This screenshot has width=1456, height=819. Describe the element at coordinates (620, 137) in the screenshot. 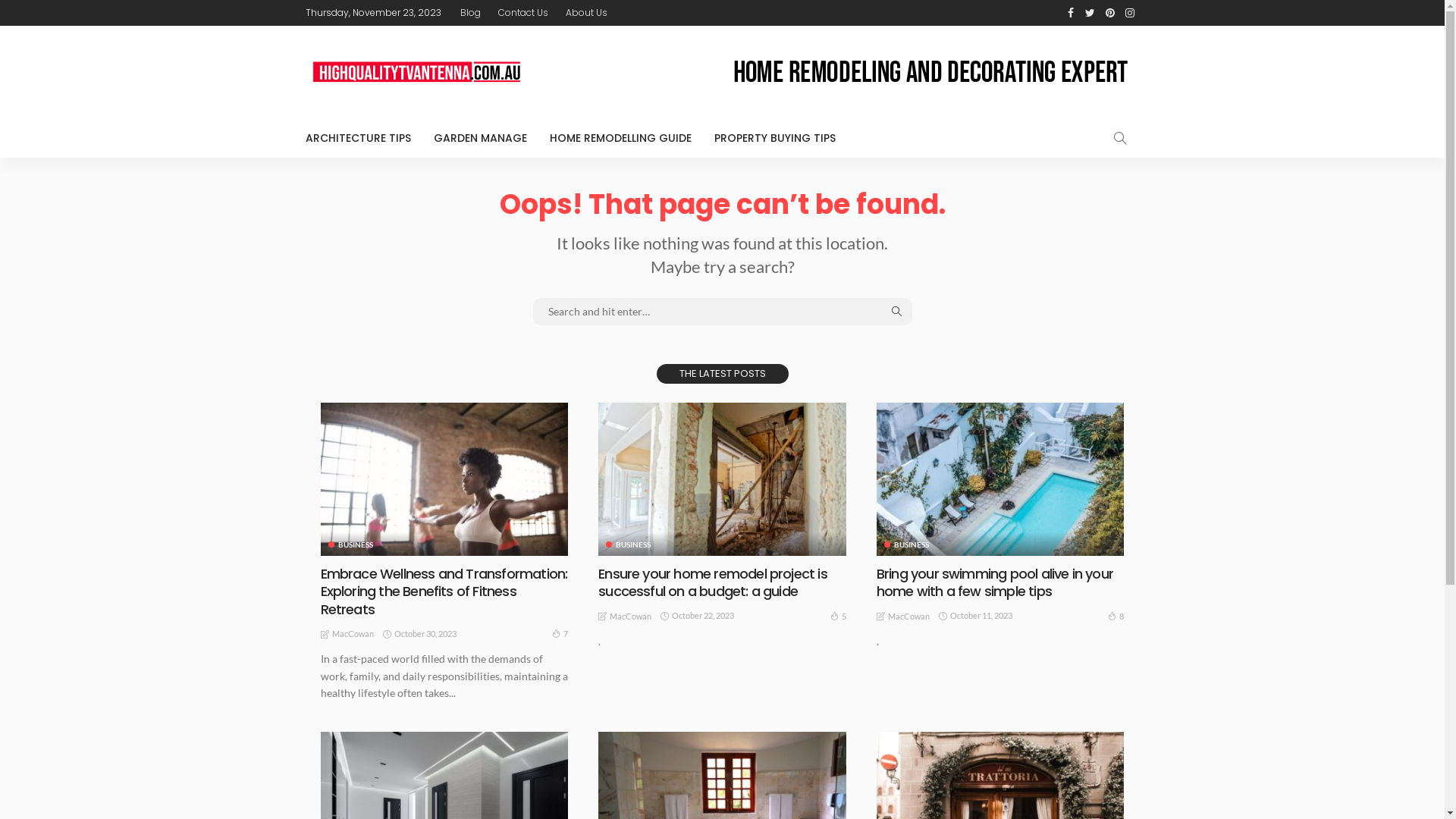

I see `'HOME REMODELLING GUIDE'` at that location.